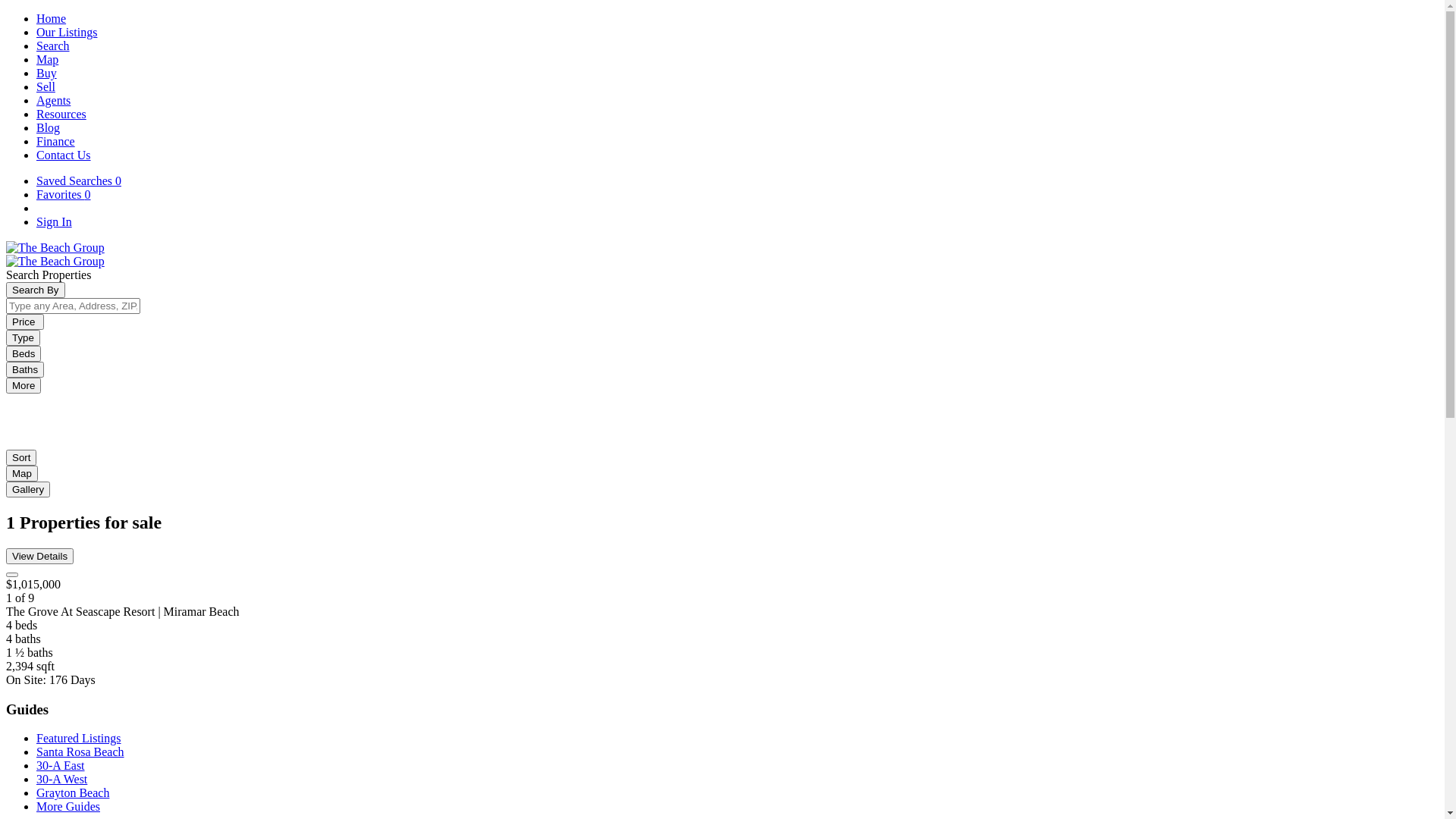 Image resolution: width=1456 pixels, height=819 pixels. Describe the element at coordinates (51, 18) in the screenshot. I see `'Home'` at that location.